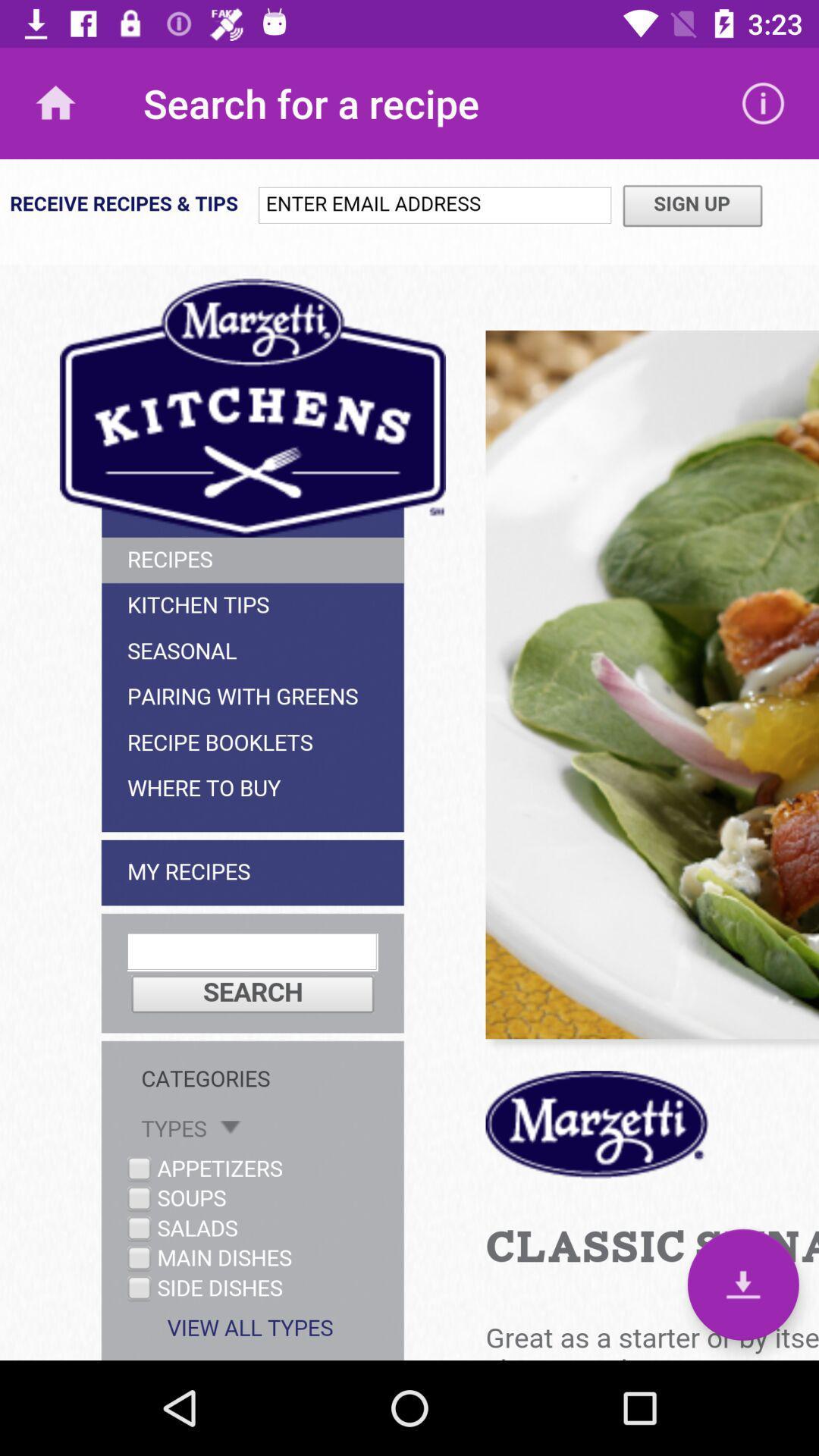 This screenshot has height=1456, width=819. I want to click on the file_download icon, so click(742, 1284).